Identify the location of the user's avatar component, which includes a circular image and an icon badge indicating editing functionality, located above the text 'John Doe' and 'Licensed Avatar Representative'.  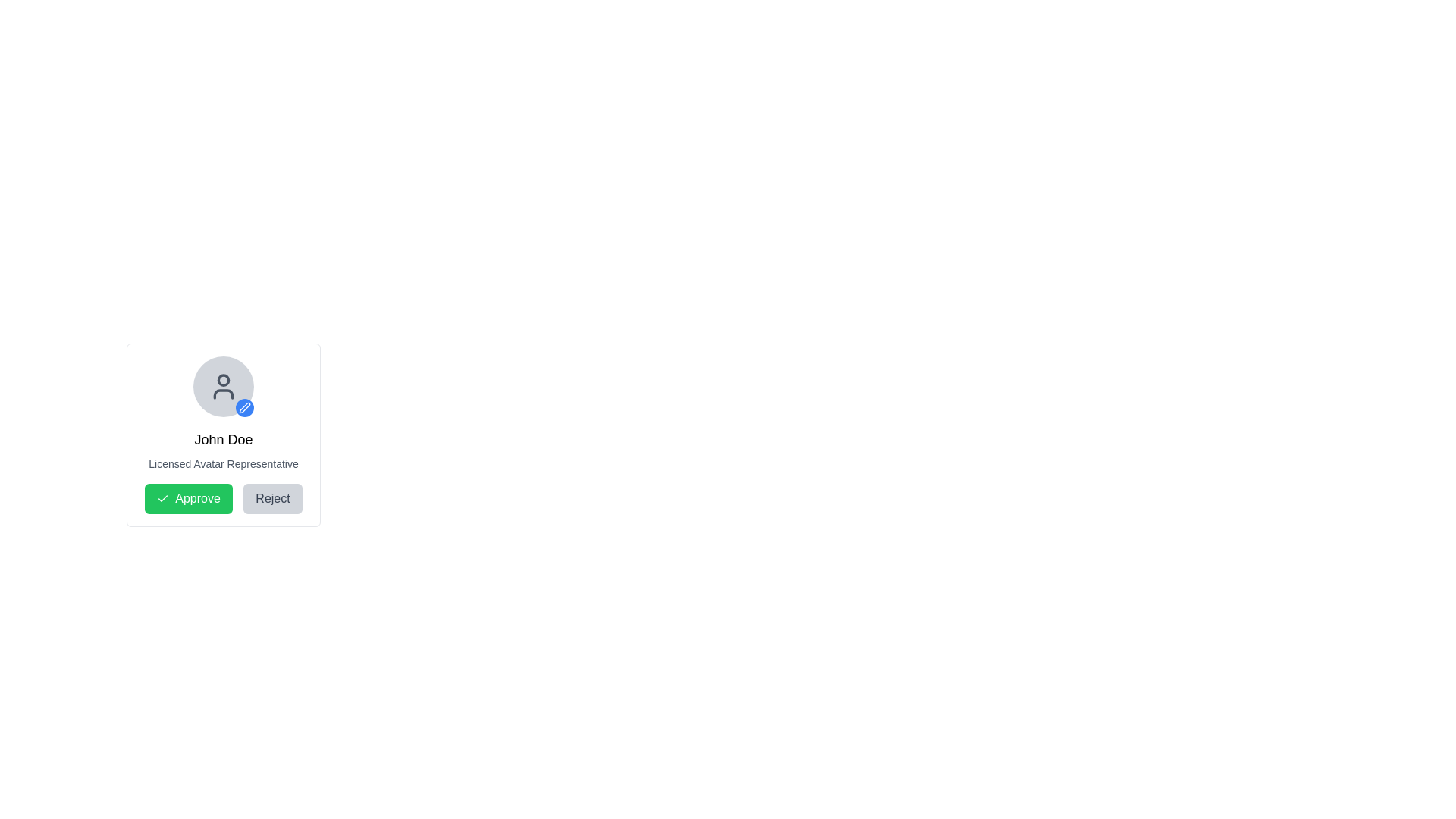
(222, 385).